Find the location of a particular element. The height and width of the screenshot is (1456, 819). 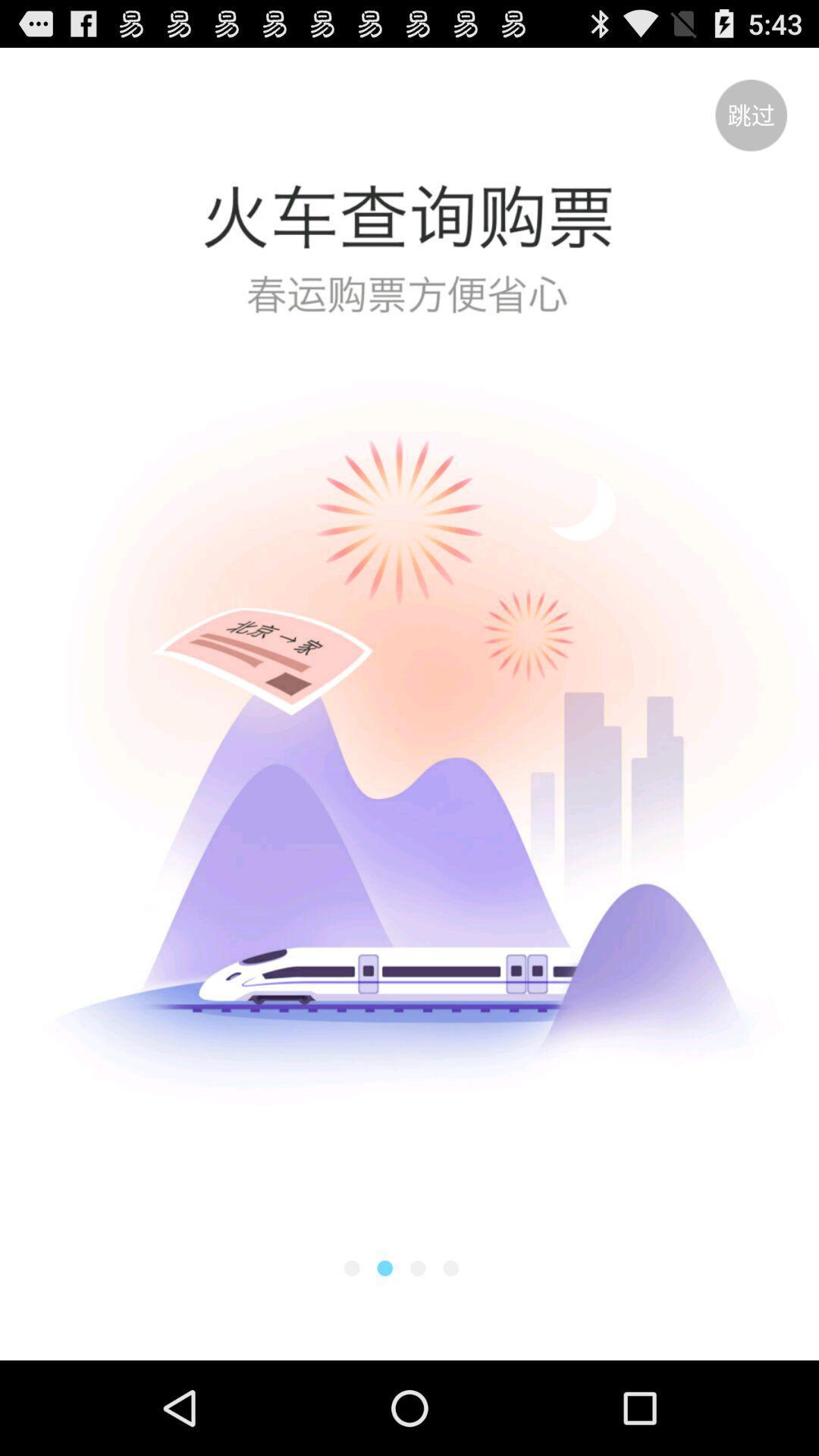

the item at the top right corner is located at coordinates (751, 115).